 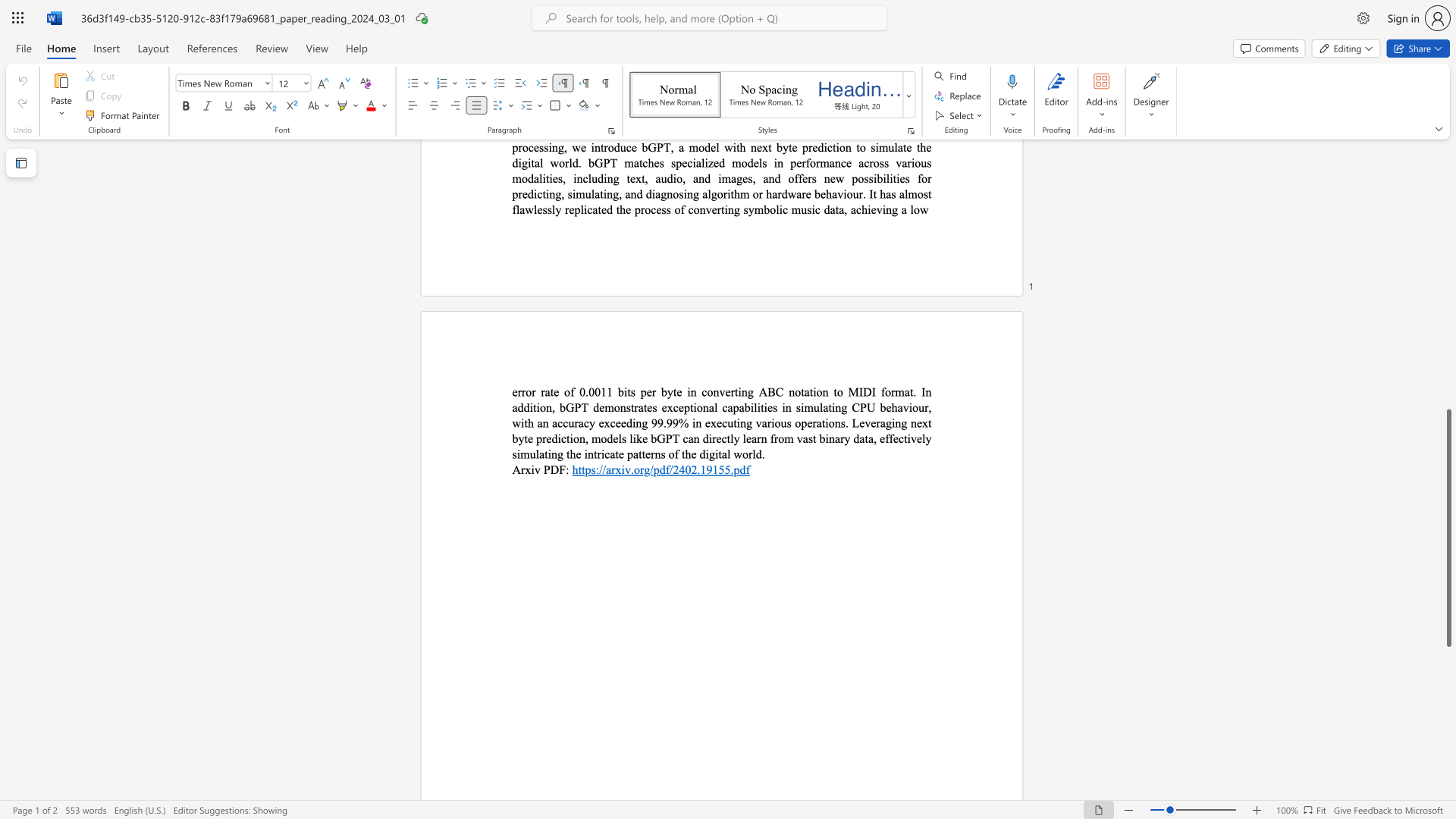 What do you see at coordinates (566, 469) in the screenshot?
I see `the 1th character ":" in the text` at bounding box center [566, 469].